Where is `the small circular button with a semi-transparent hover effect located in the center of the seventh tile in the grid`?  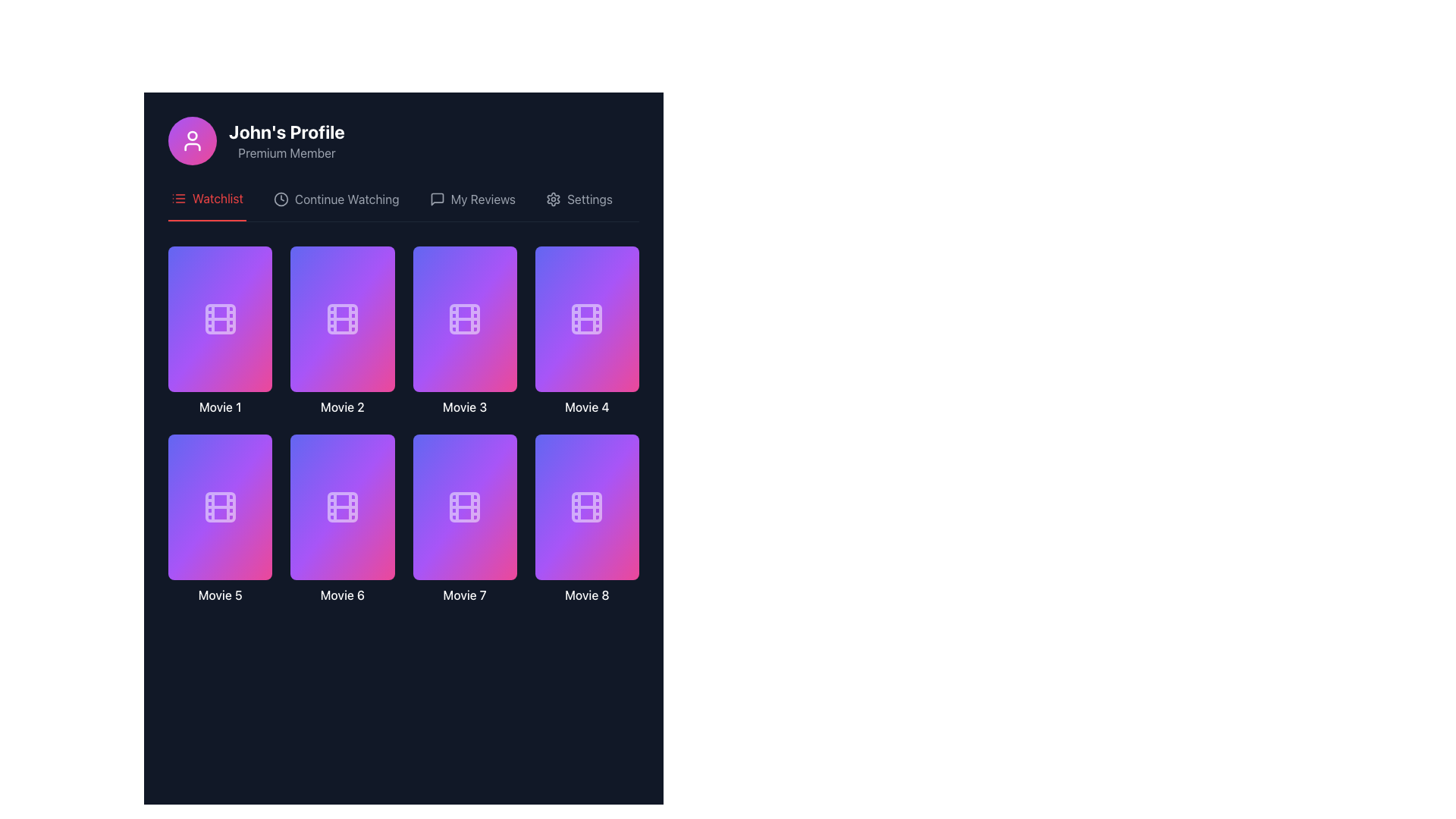 the small circular button with a semi-transparent hover effect located in the center of the seventh tile in the grid is located at coordinates (447, 543).